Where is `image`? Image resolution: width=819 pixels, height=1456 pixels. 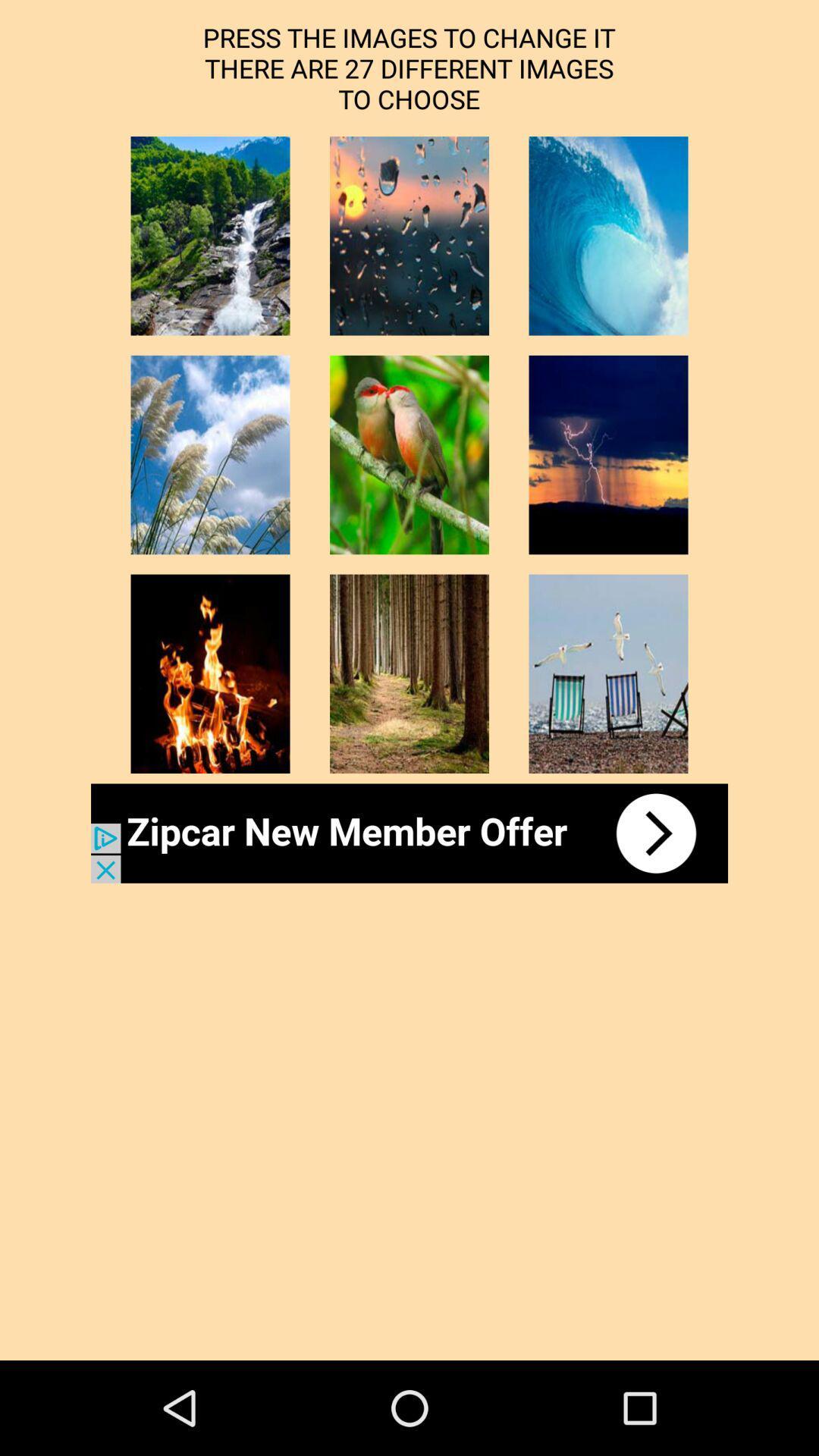
image is located at coordinates (210, 235).